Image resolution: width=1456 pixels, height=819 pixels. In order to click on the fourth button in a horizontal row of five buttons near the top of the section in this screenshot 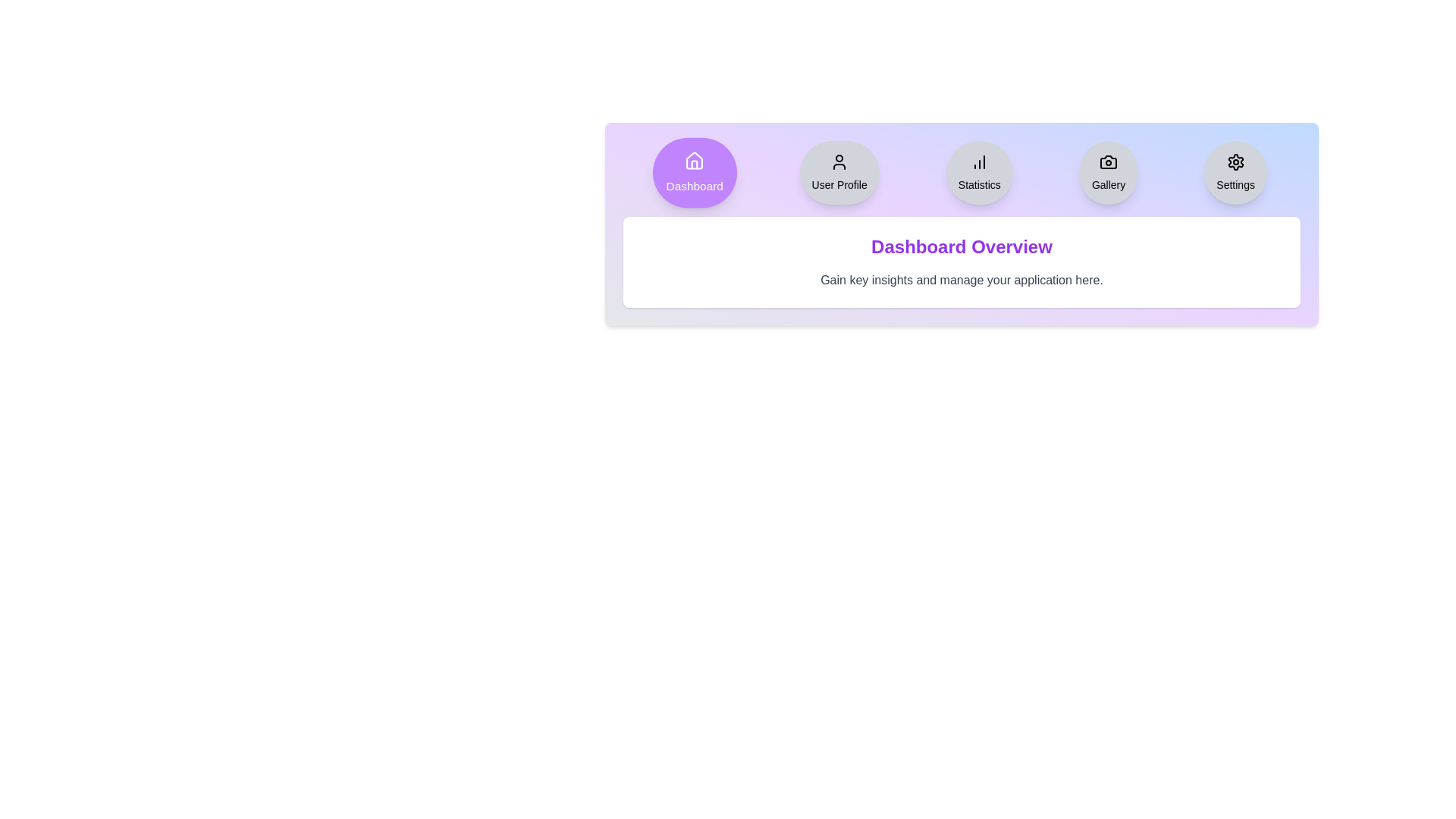, I will do `click(1109, 171)`.